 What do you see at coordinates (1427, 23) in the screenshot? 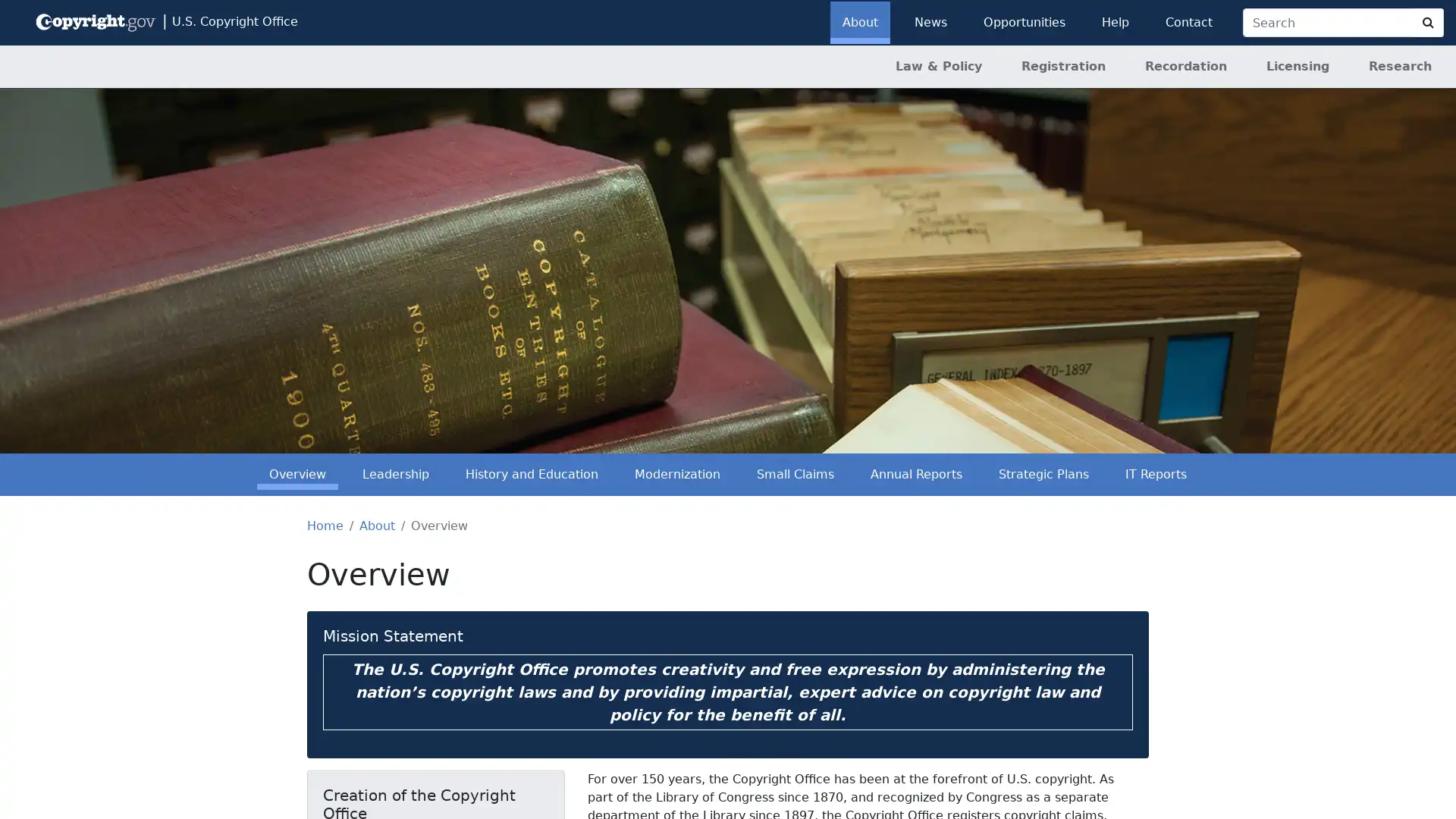
I see `Search Copyright.gov` at bounding box center [1427, 23].